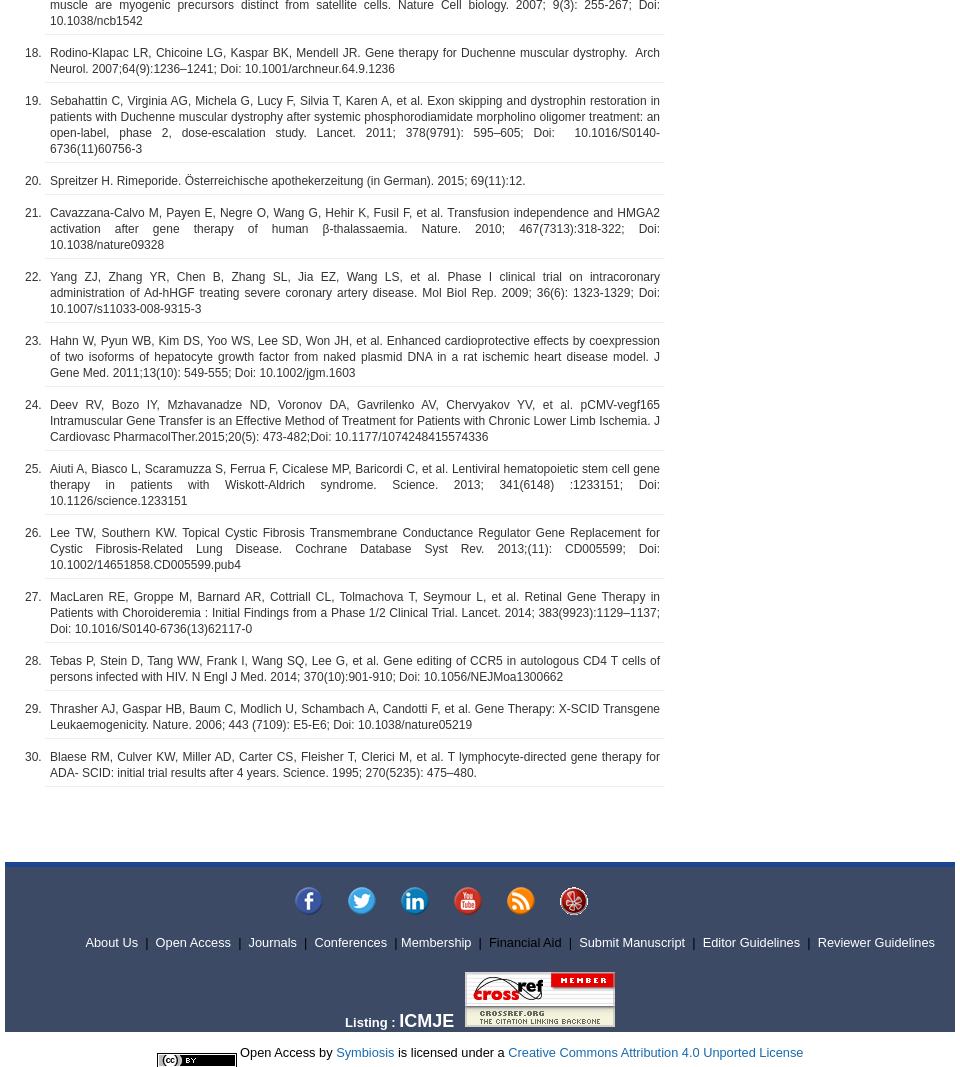 This screenshot has height=1067, width=960. What do you see at coordinates (355, 60) in the screenshot?
I see `'Rodino-Klapac  LR, Chicoine LG, Kaspar BK, Mendell JR. Gene therapy for  Duchenne muscular dystrophy.  Arch Neurol.  2007;64(9):1236–1241; Doi: 10.1001/archneur.64.9.1236'` at bounding box center [355, 60].